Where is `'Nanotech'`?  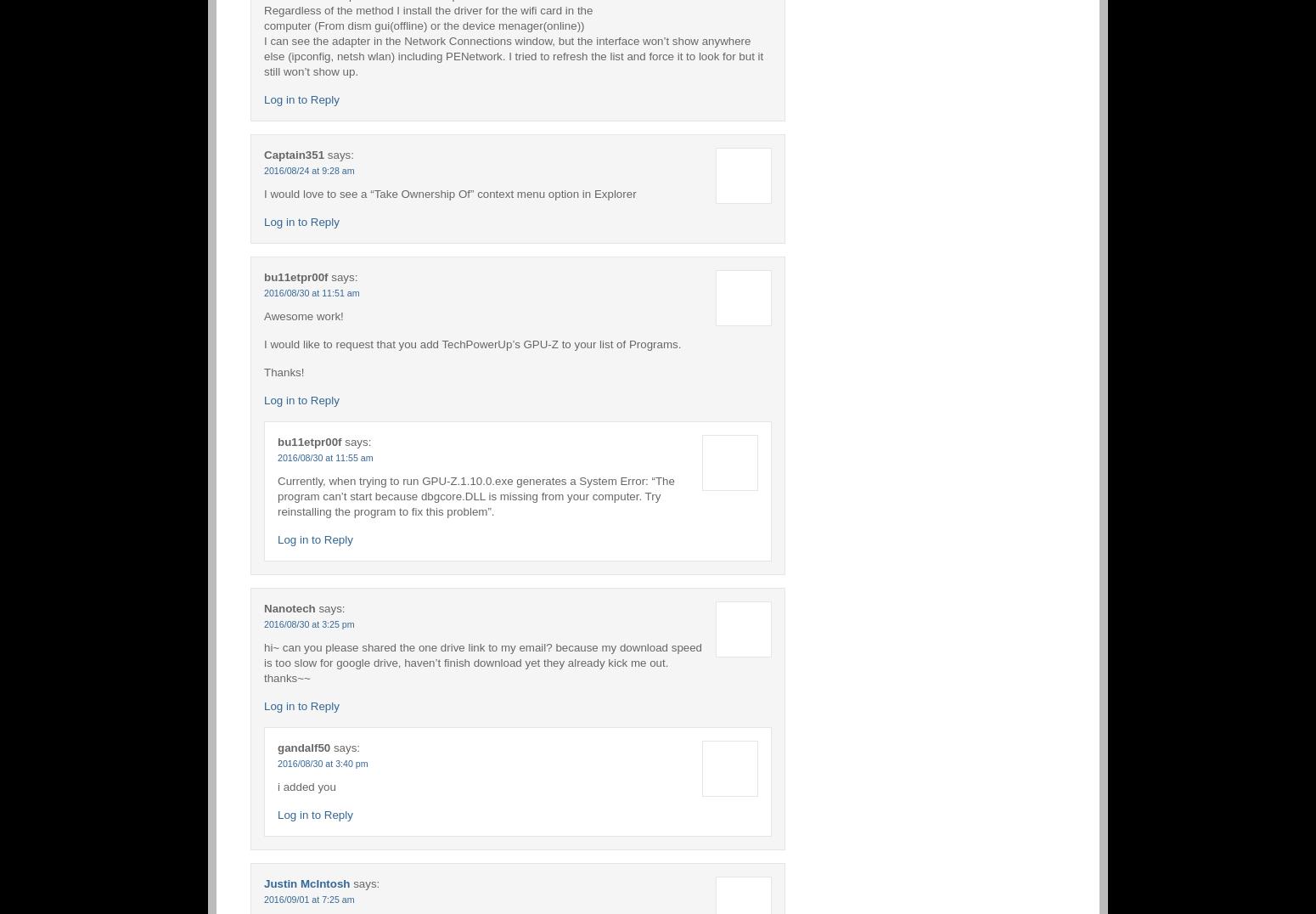 'Nanotech' is located at coordinates (289, 607).